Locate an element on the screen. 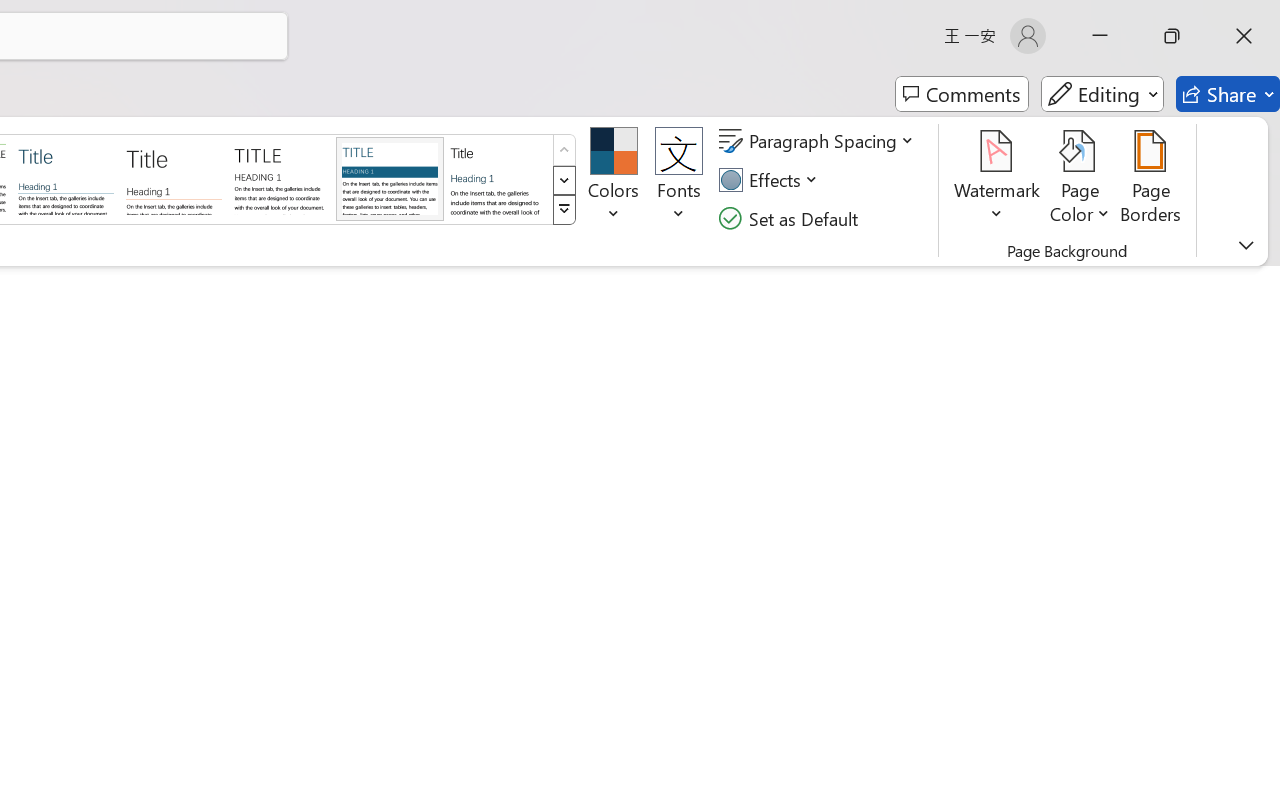  'Effects' is located at coordinates (770, 179).